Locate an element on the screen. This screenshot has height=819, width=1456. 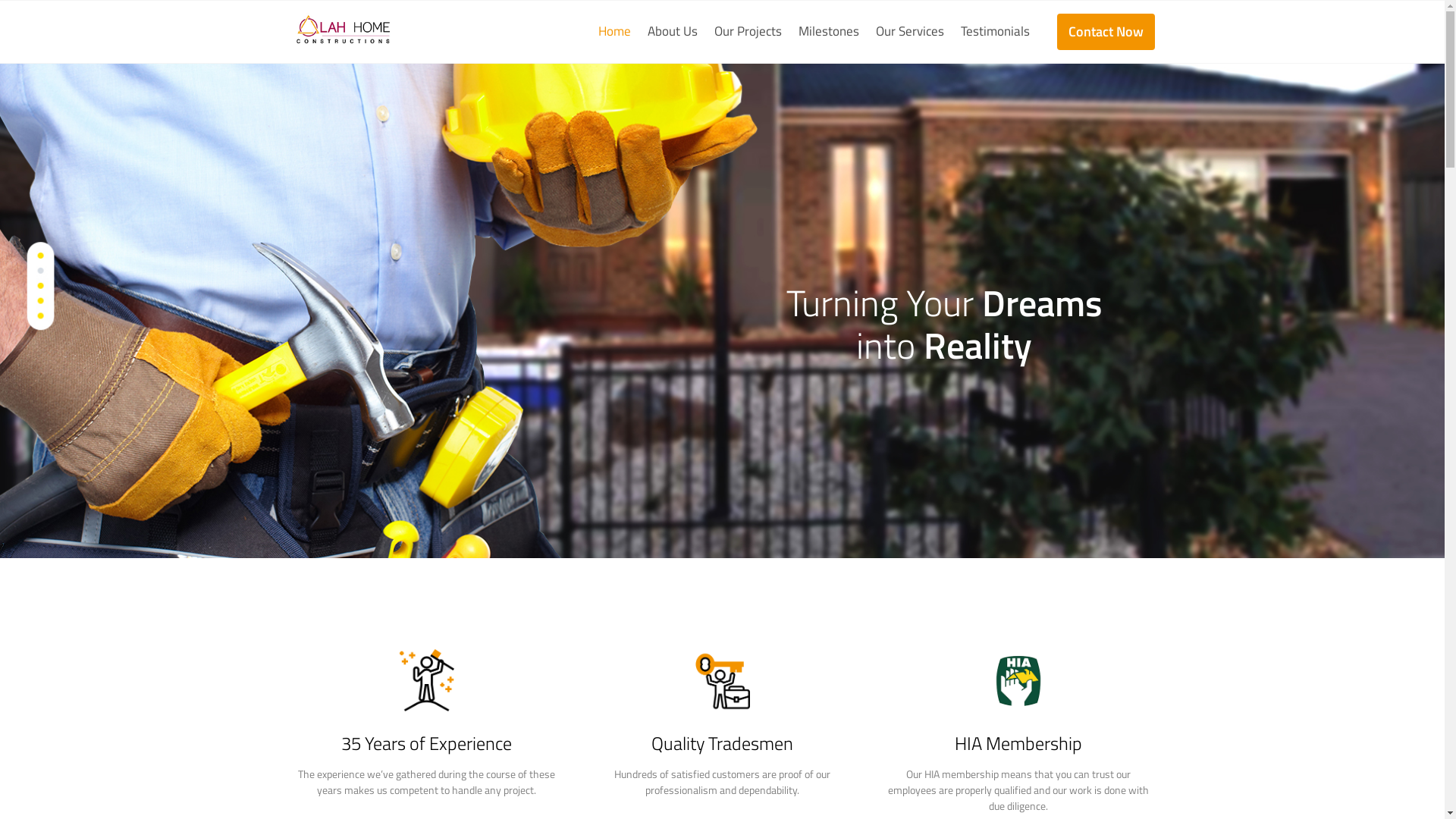
'Home' is located at coordinates (618, 32).